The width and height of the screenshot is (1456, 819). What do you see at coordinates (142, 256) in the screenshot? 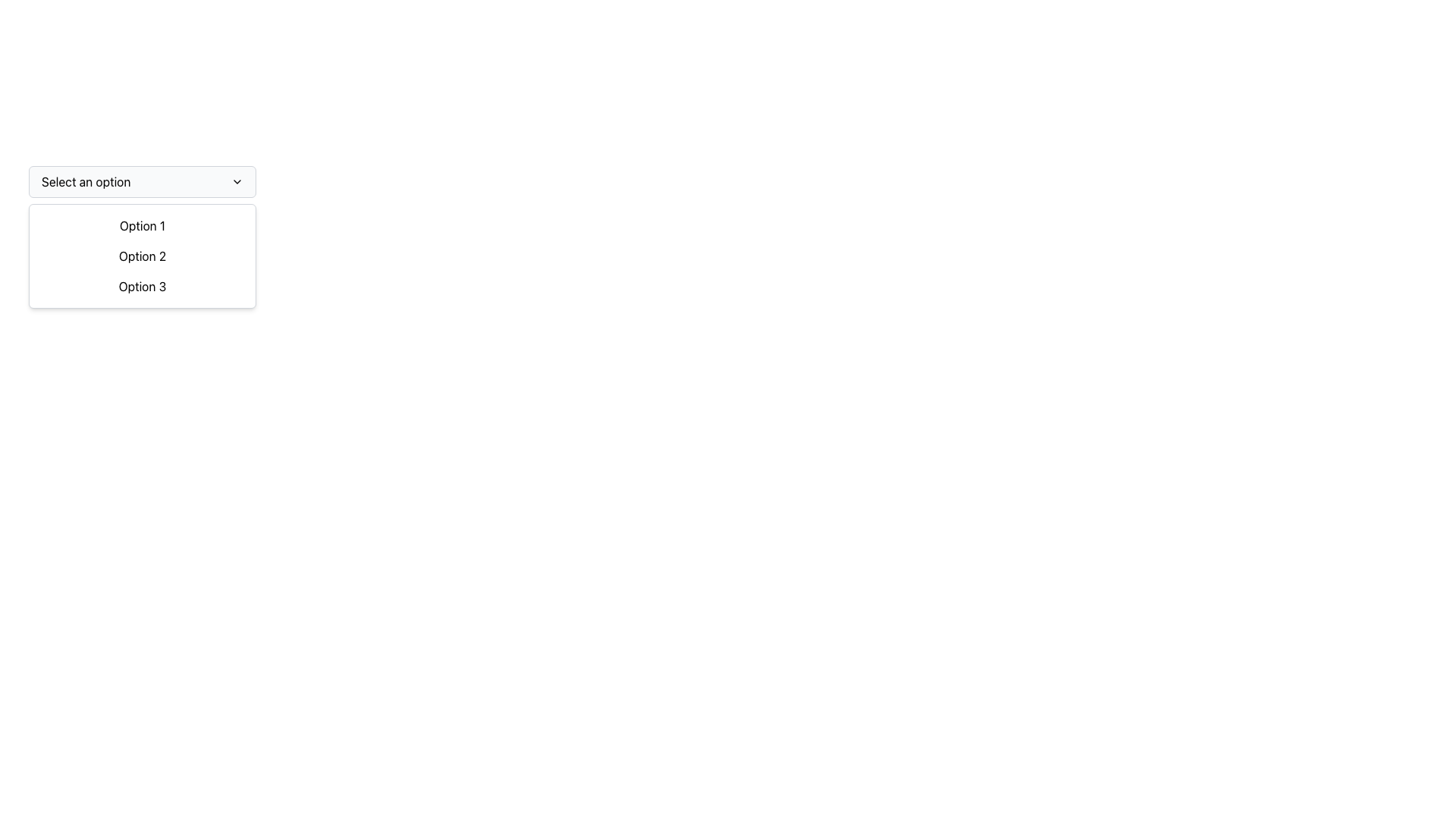
I see `the second option in the dropdown menu to change its background color` at bounding box center [142, 256].